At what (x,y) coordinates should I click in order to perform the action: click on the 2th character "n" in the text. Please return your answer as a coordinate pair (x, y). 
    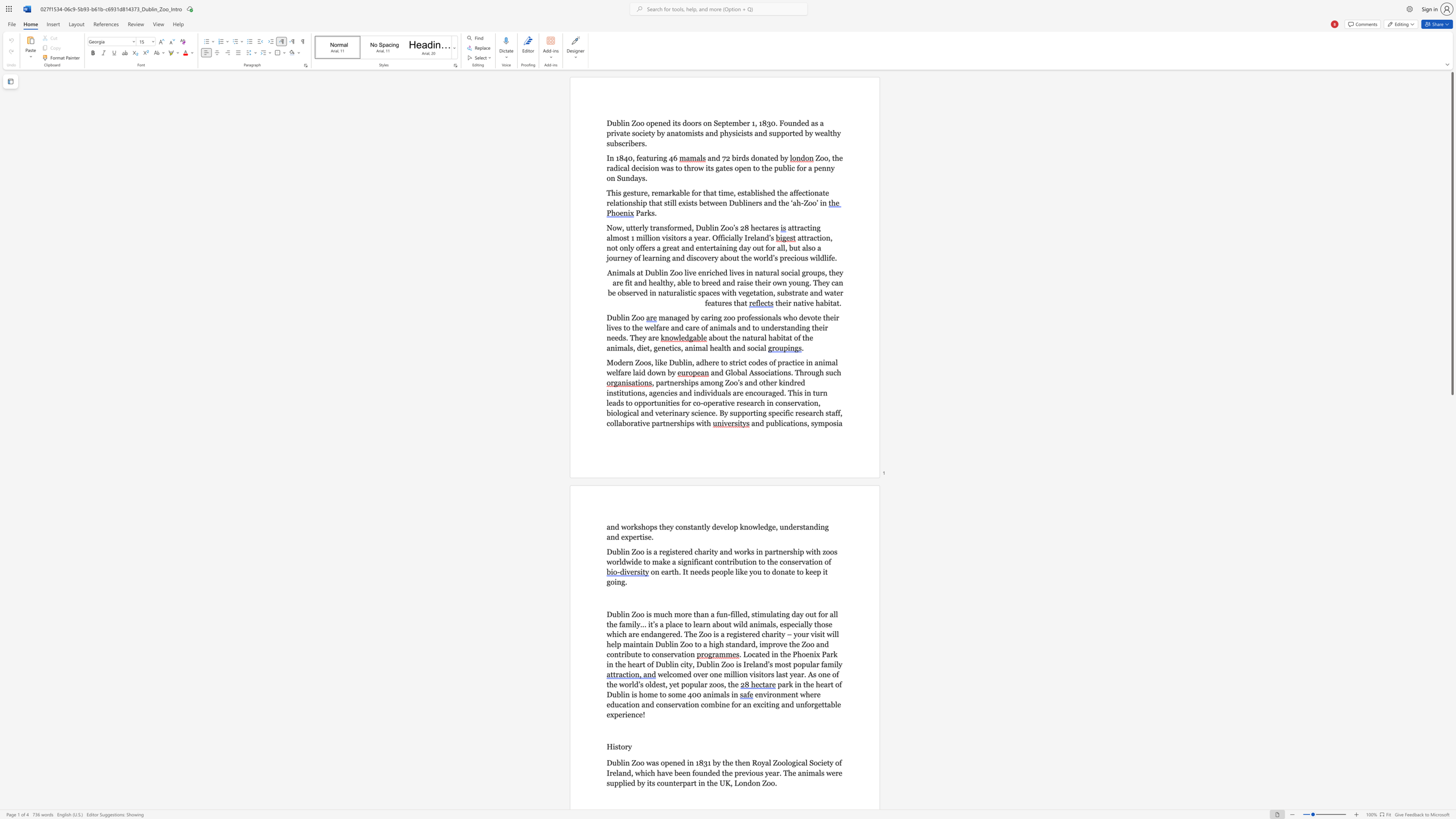
    Looking at the image, I should click on (627, 694).